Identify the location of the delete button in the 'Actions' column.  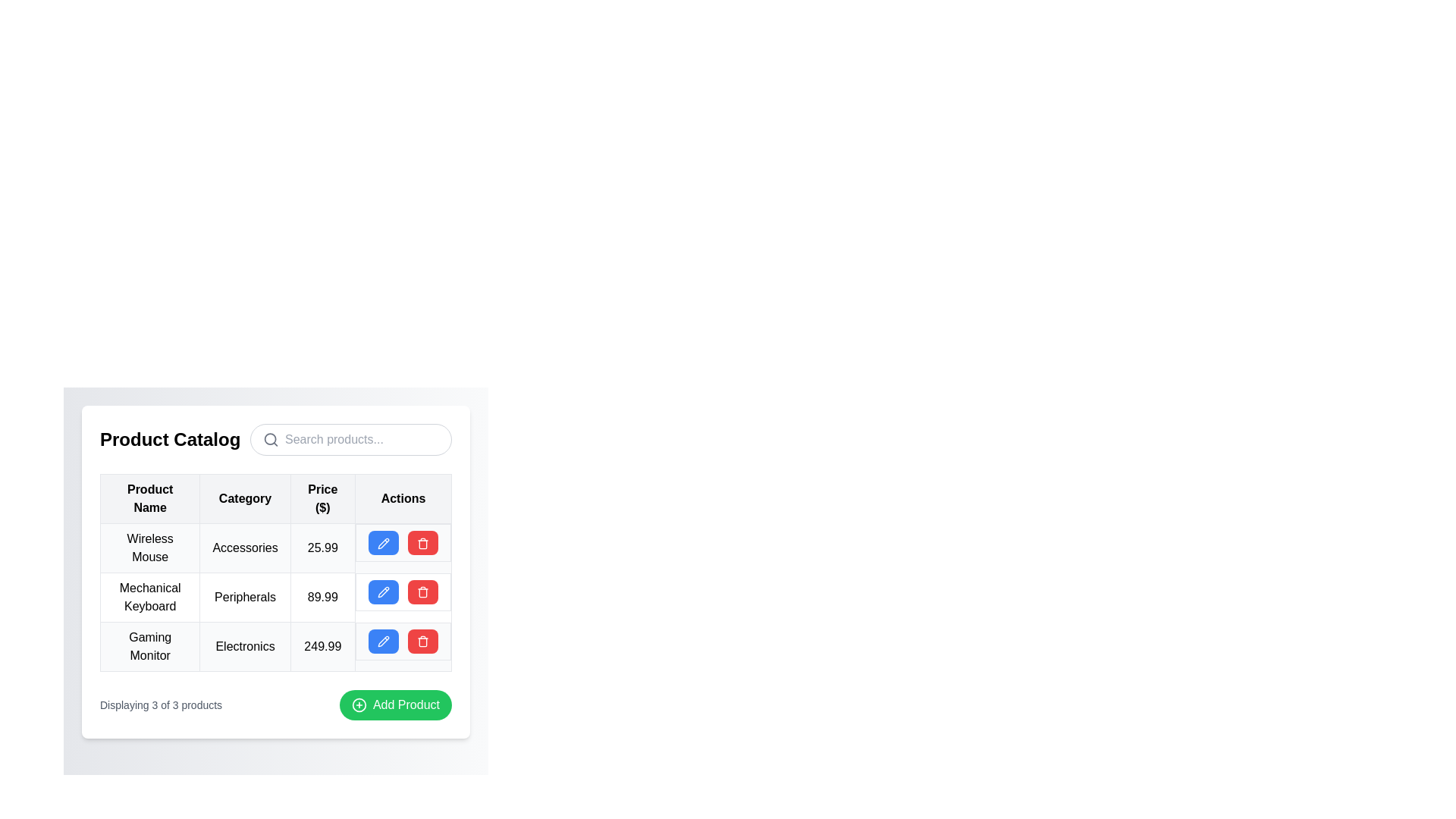
(422, 542).